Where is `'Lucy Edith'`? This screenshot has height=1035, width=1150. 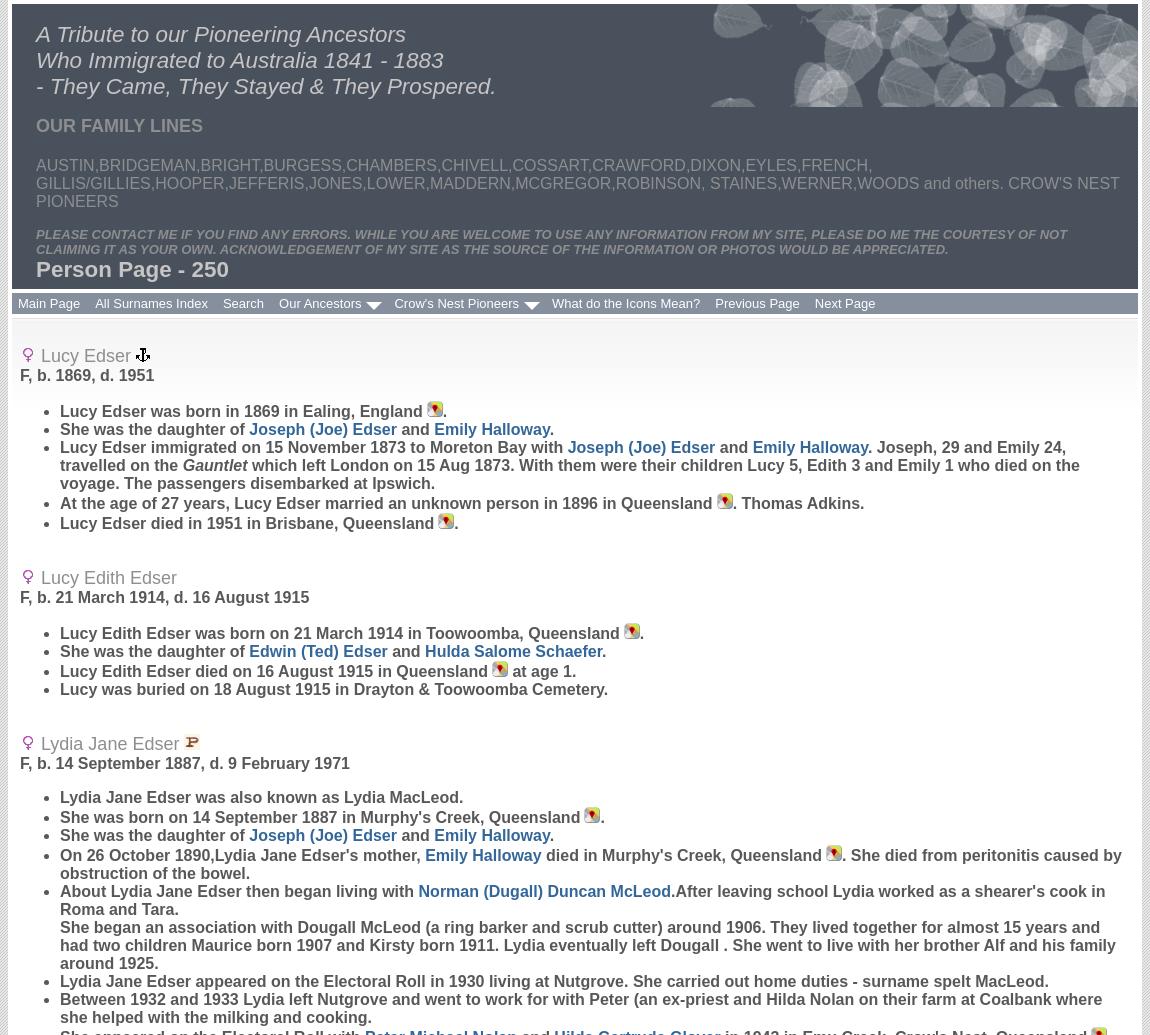 'Lucy Edith' is located at coordinates (102, 632).